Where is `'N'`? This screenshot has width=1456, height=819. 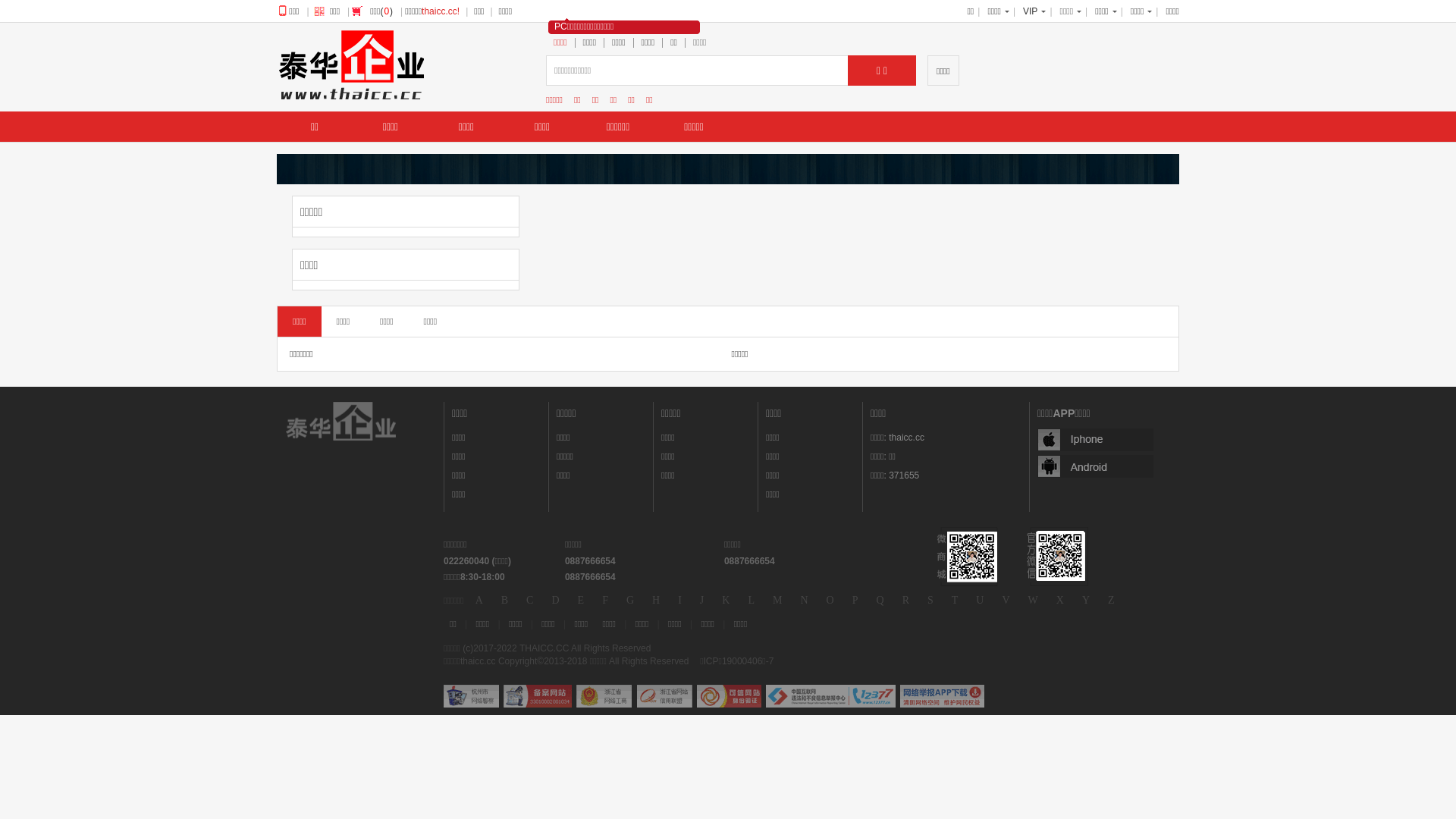 'N' is located at coordinates (803, 599).